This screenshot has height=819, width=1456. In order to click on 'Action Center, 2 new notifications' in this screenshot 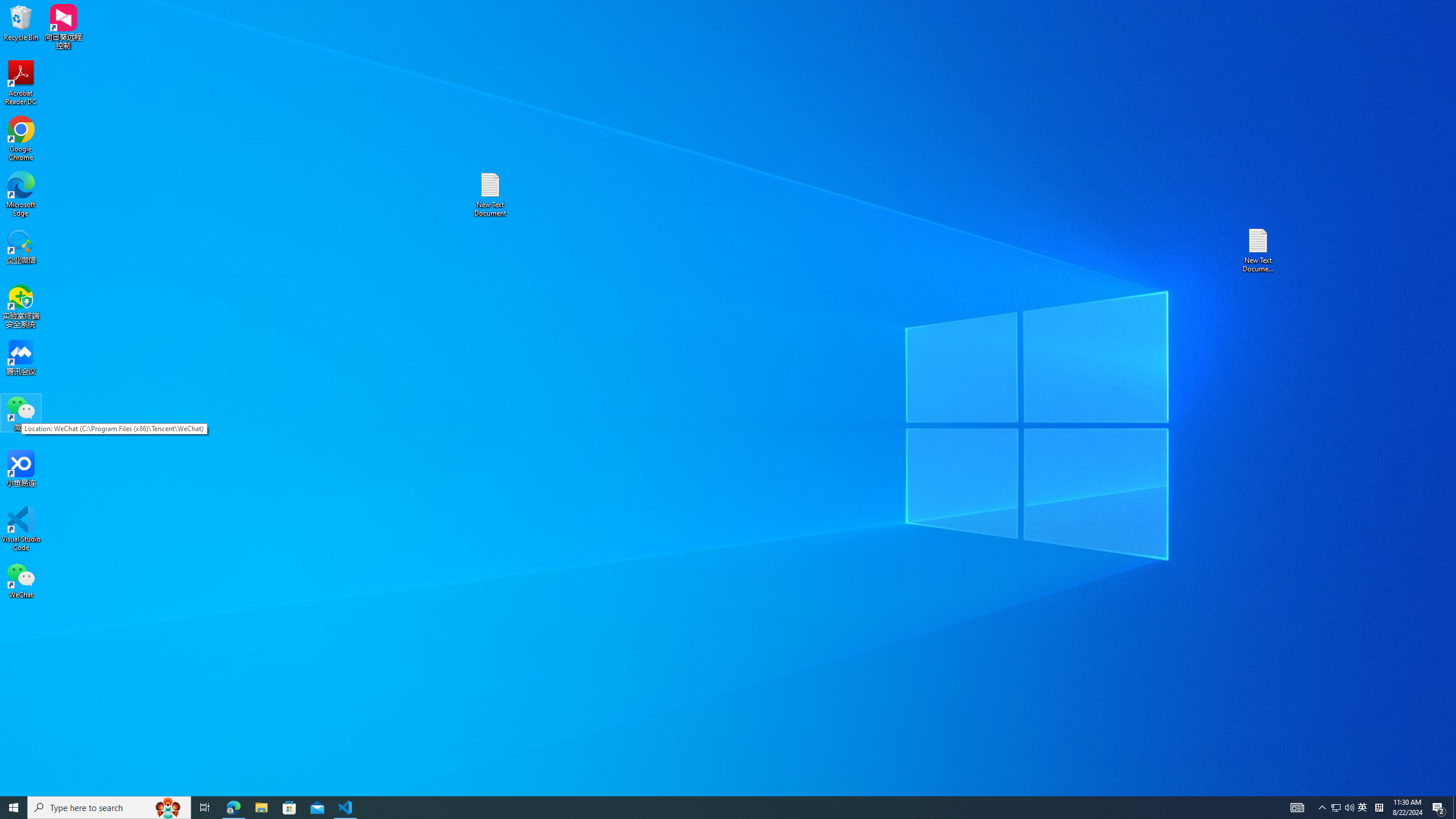, I will do `click(1439, 806)`.